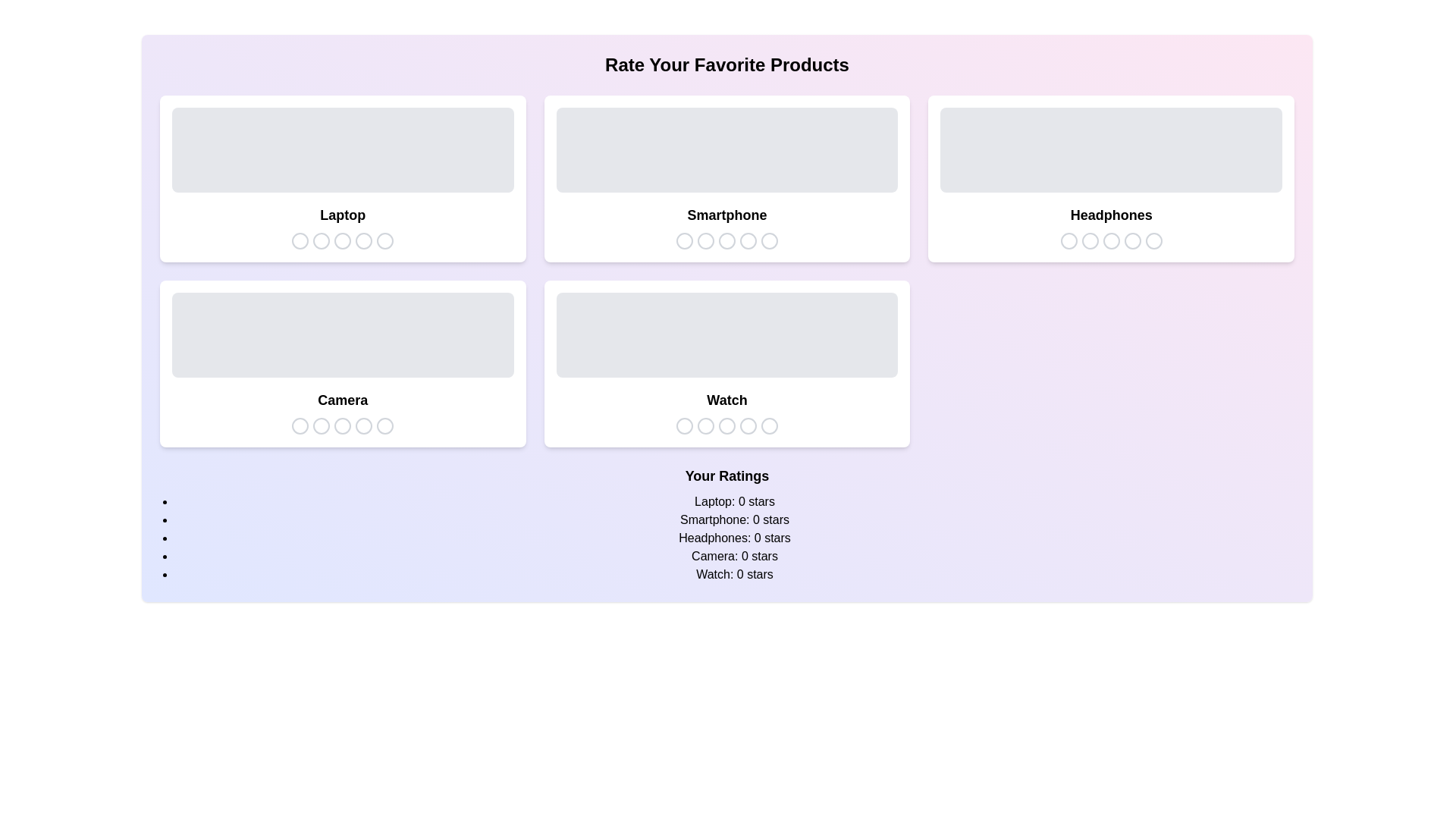 The height and width of the screenshot is (819, 1456). I want to click on the star icon to set the rating for the selected product category to 5 stars, so click(385, 240).